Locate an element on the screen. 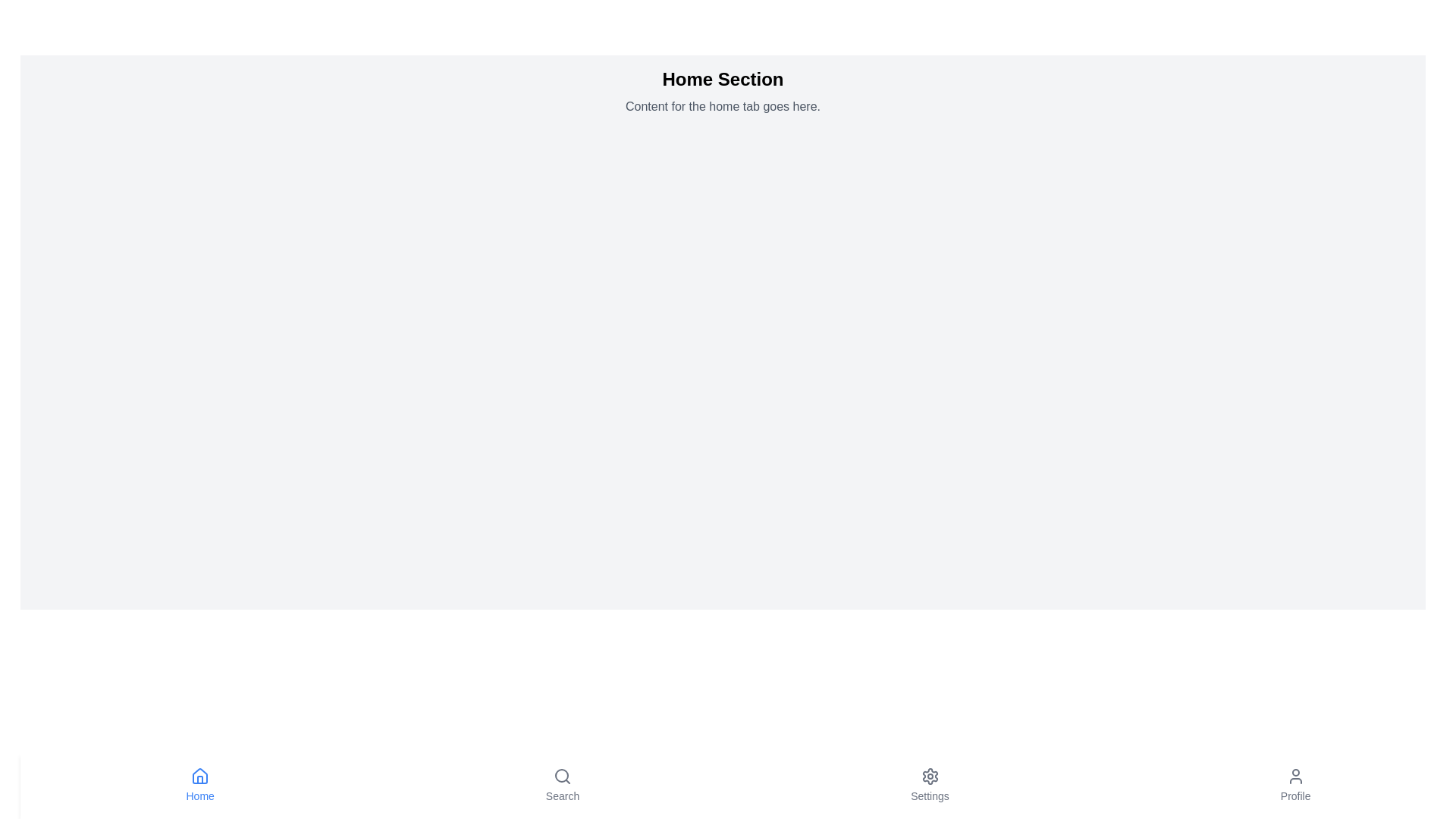  the outer contour of the house-shaped icon in the bottom navigation bar labeled 'Home' is located at coordinates (199, 776).